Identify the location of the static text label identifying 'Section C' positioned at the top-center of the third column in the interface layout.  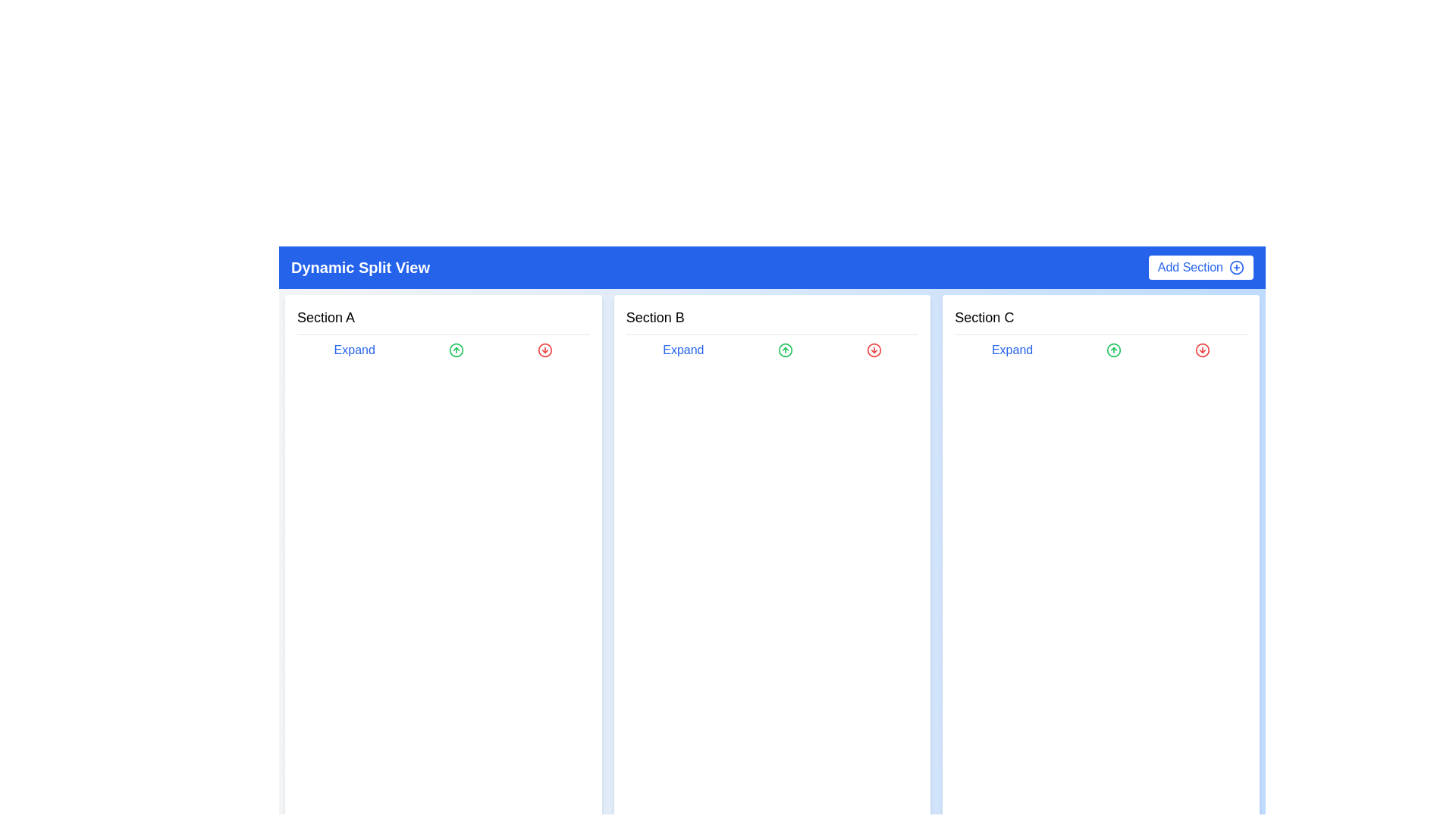
(984, 317).